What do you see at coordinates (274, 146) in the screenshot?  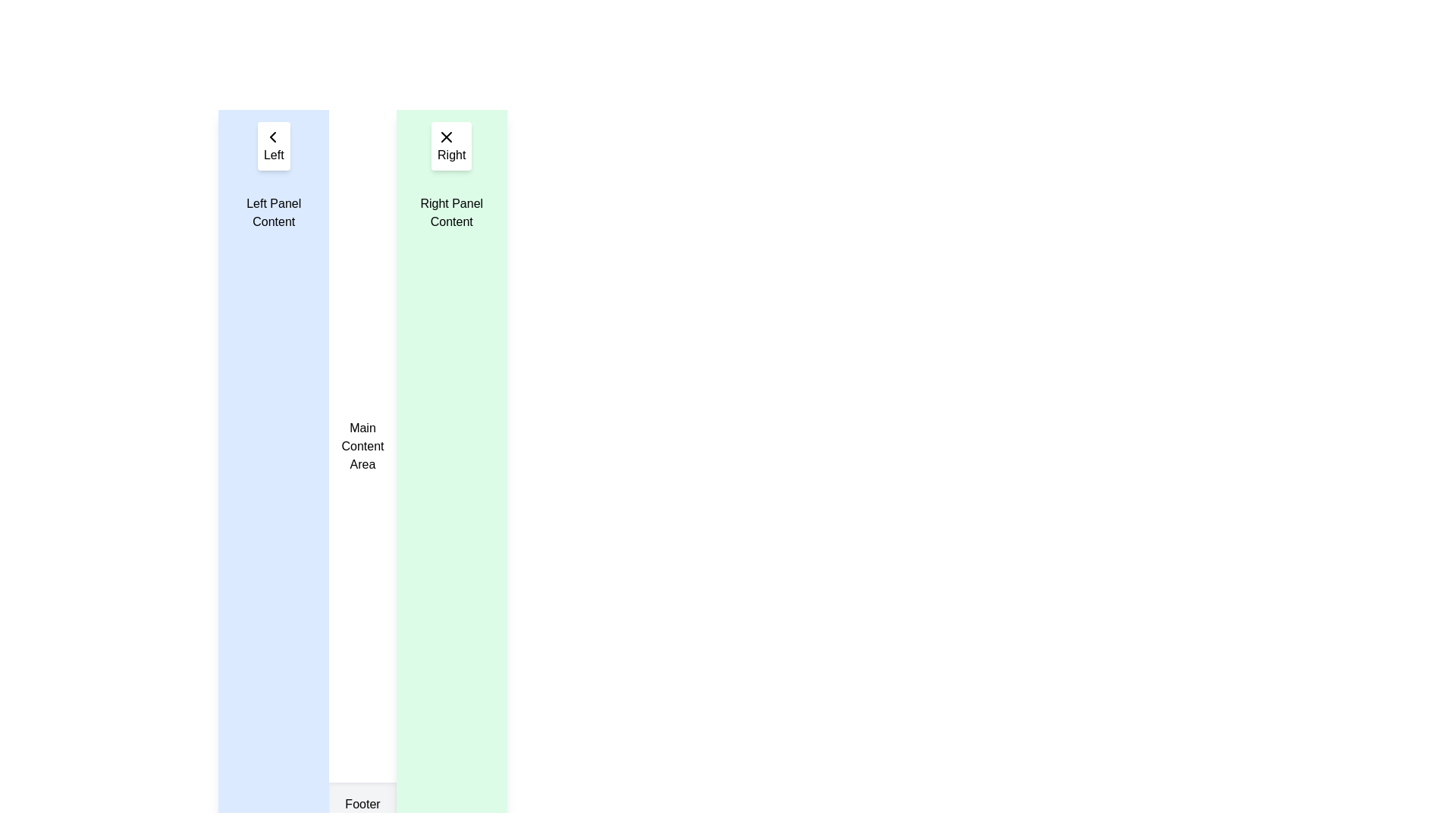 I see `the rectangular button labeled 'Left' with a left-pointing arrow icon, located` at bounding box center [274, 146].